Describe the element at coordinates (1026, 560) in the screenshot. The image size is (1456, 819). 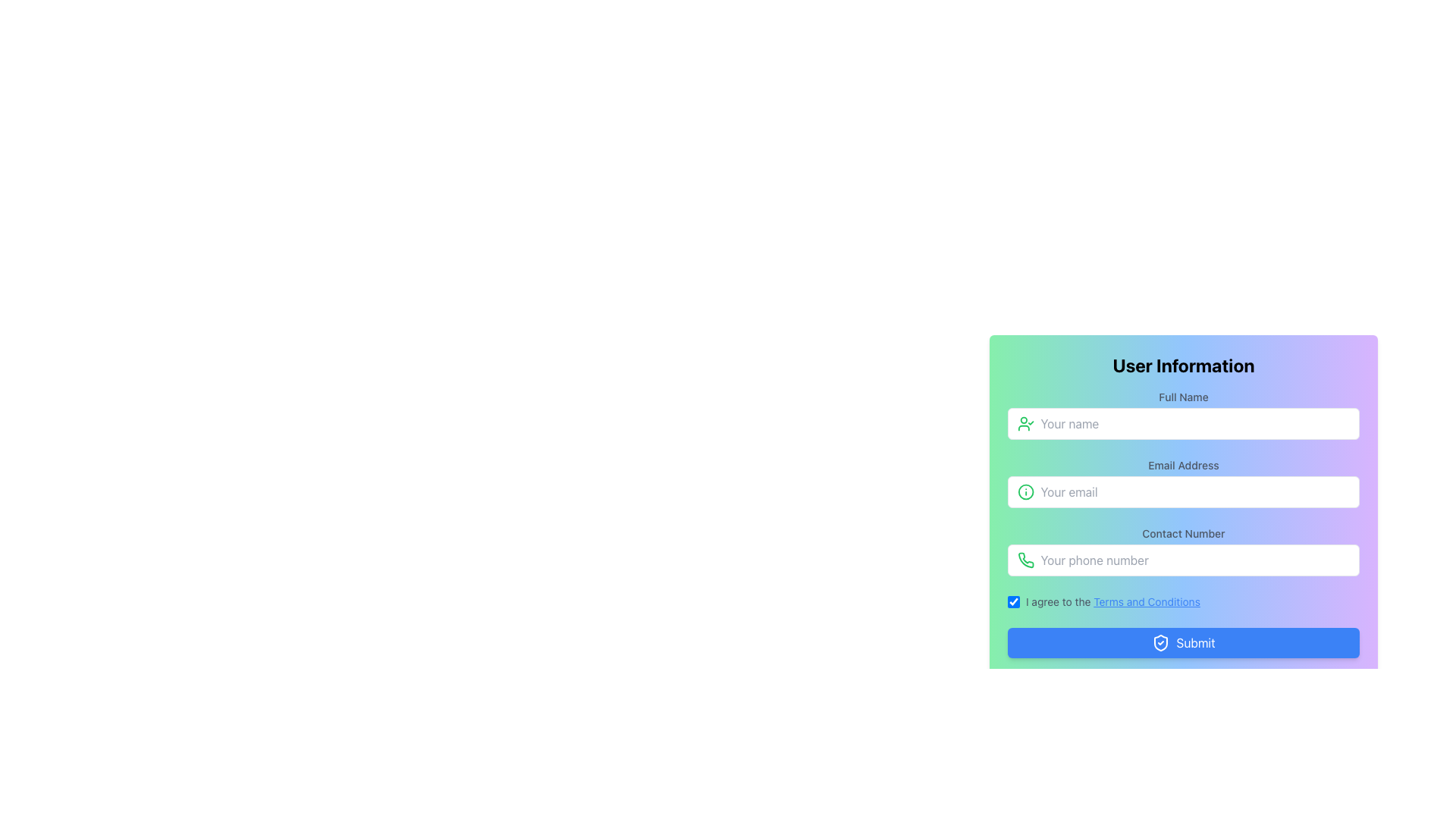
I see `the small green phone icon located to the left of the 'Your phone number' input field in the 'User Information' form` at that location.